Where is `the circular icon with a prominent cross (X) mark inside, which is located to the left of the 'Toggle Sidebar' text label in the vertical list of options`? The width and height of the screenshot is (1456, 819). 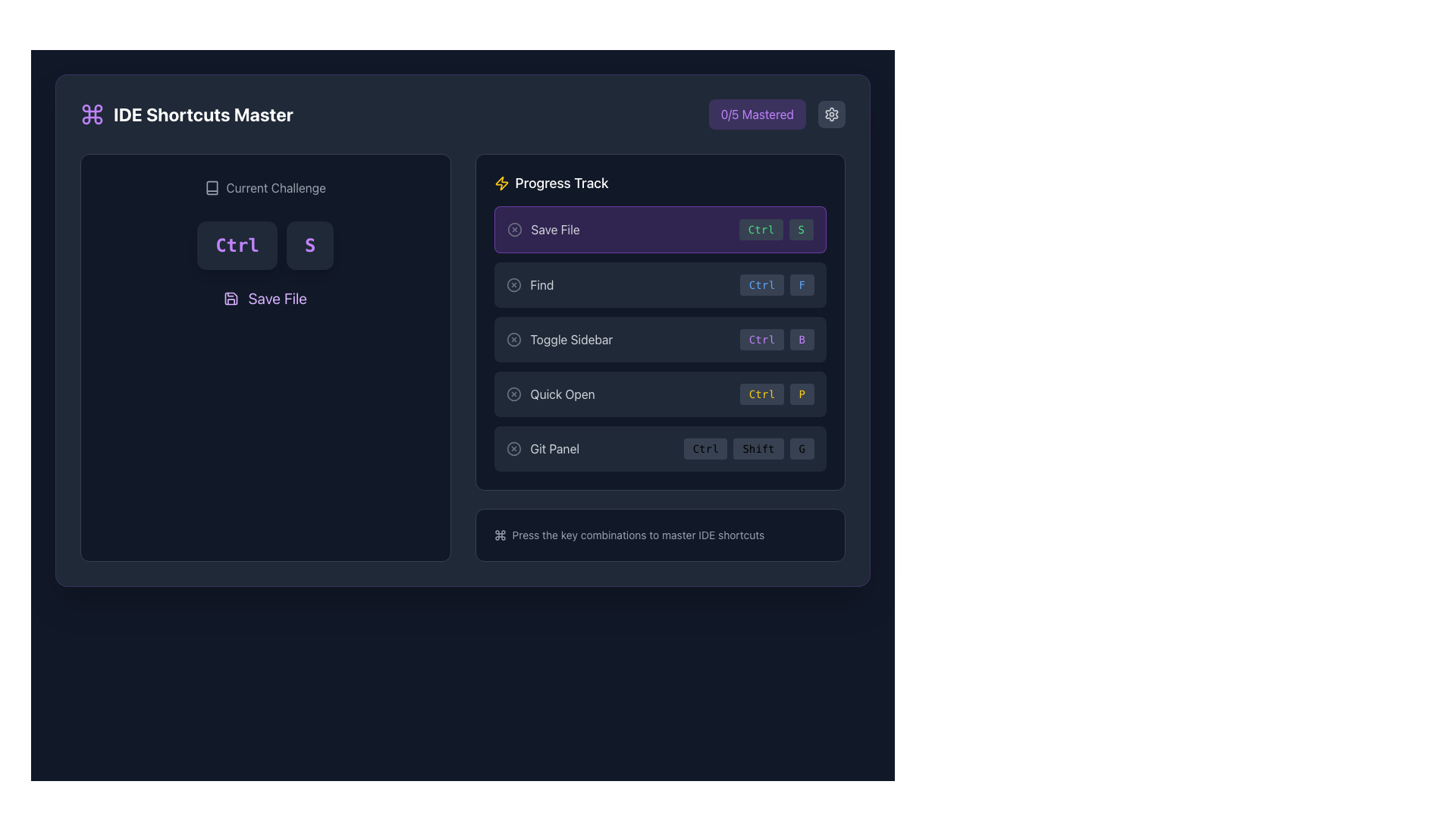
the circular icon with a prominent cross (X) mark inside, which is located to the left of the 'Toggle Sidebar' text label in the vertical list of options is located at coordinates (513, 338).